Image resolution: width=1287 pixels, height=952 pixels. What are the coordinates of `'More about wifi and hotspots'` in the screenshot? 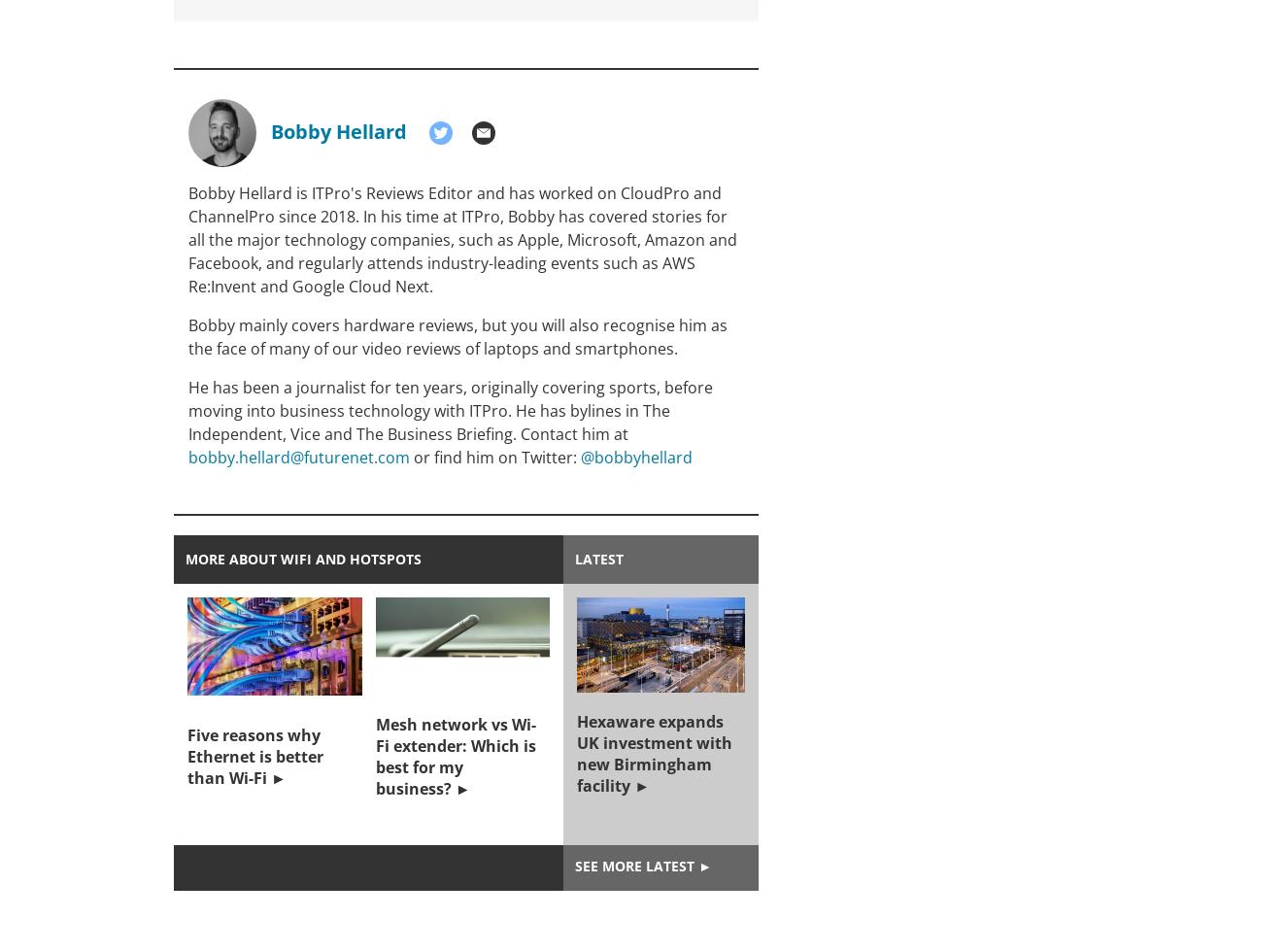 It's located at (302, 559).